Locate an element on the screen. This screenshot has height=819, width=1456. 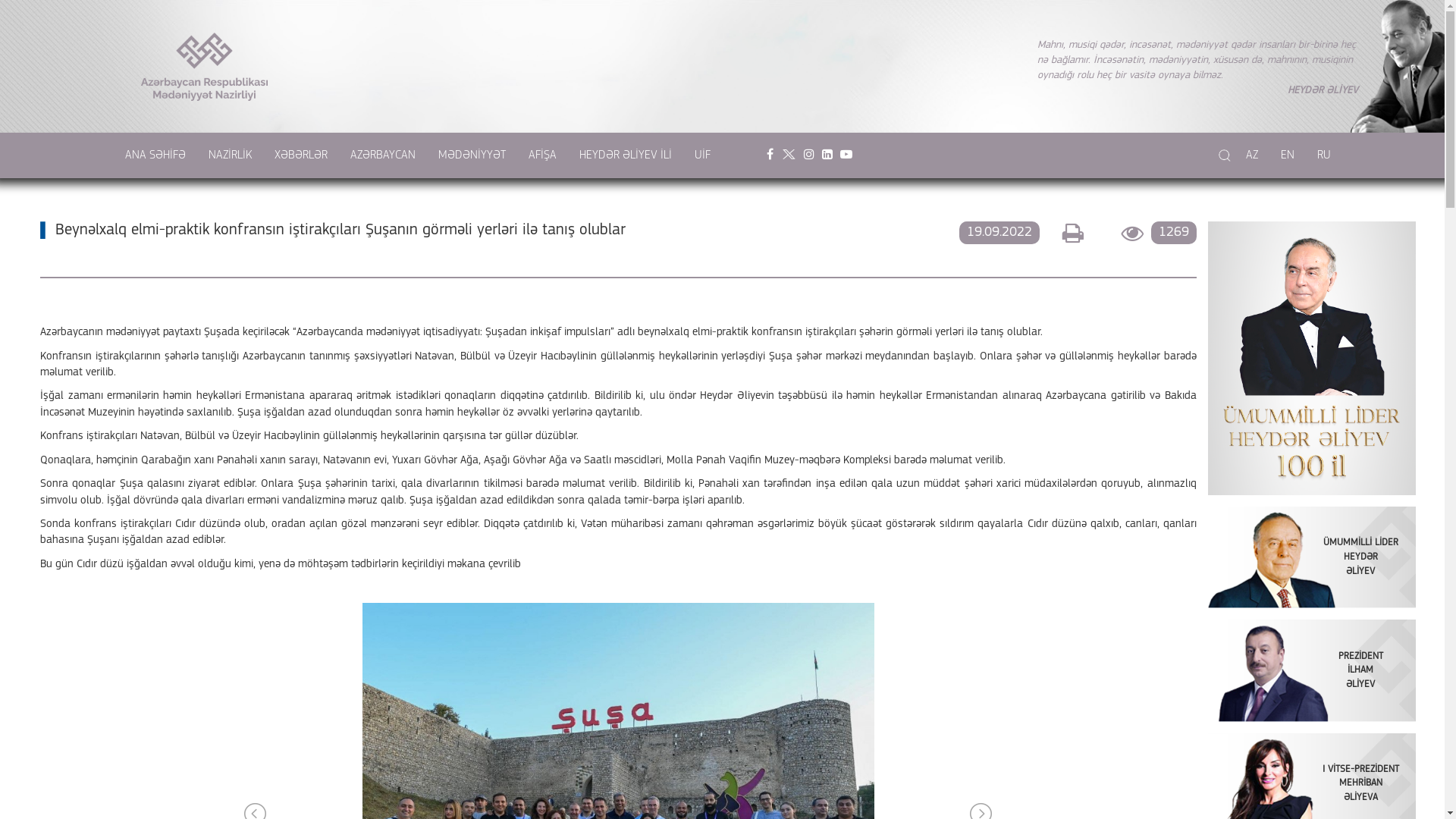
'AZ' is located at coordinates (1252, 155).